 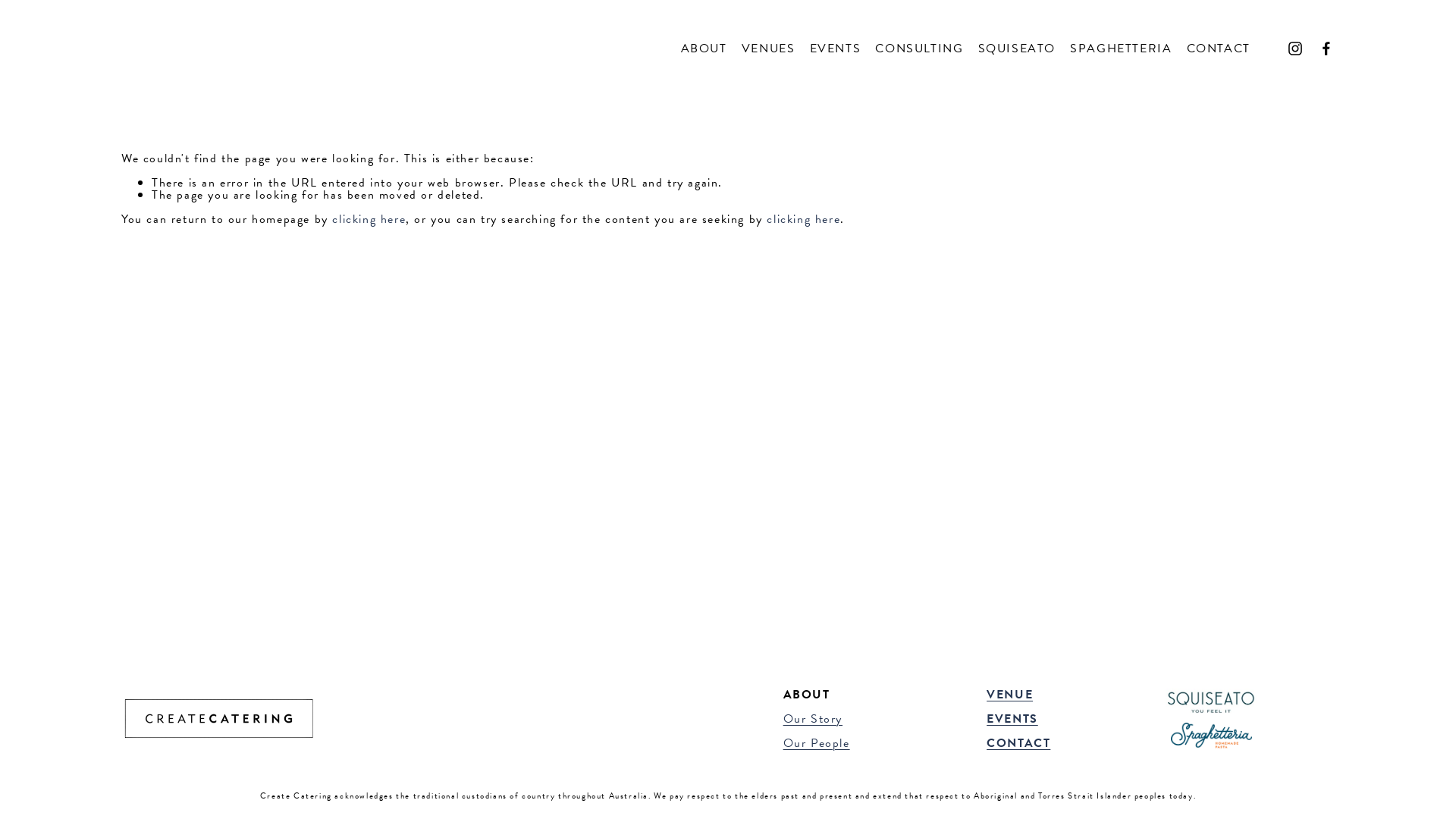 What do you see at coordinates (1012, 718) in the screenshot?
I see `'EVENTS'` at bounding box center [1012, 718].